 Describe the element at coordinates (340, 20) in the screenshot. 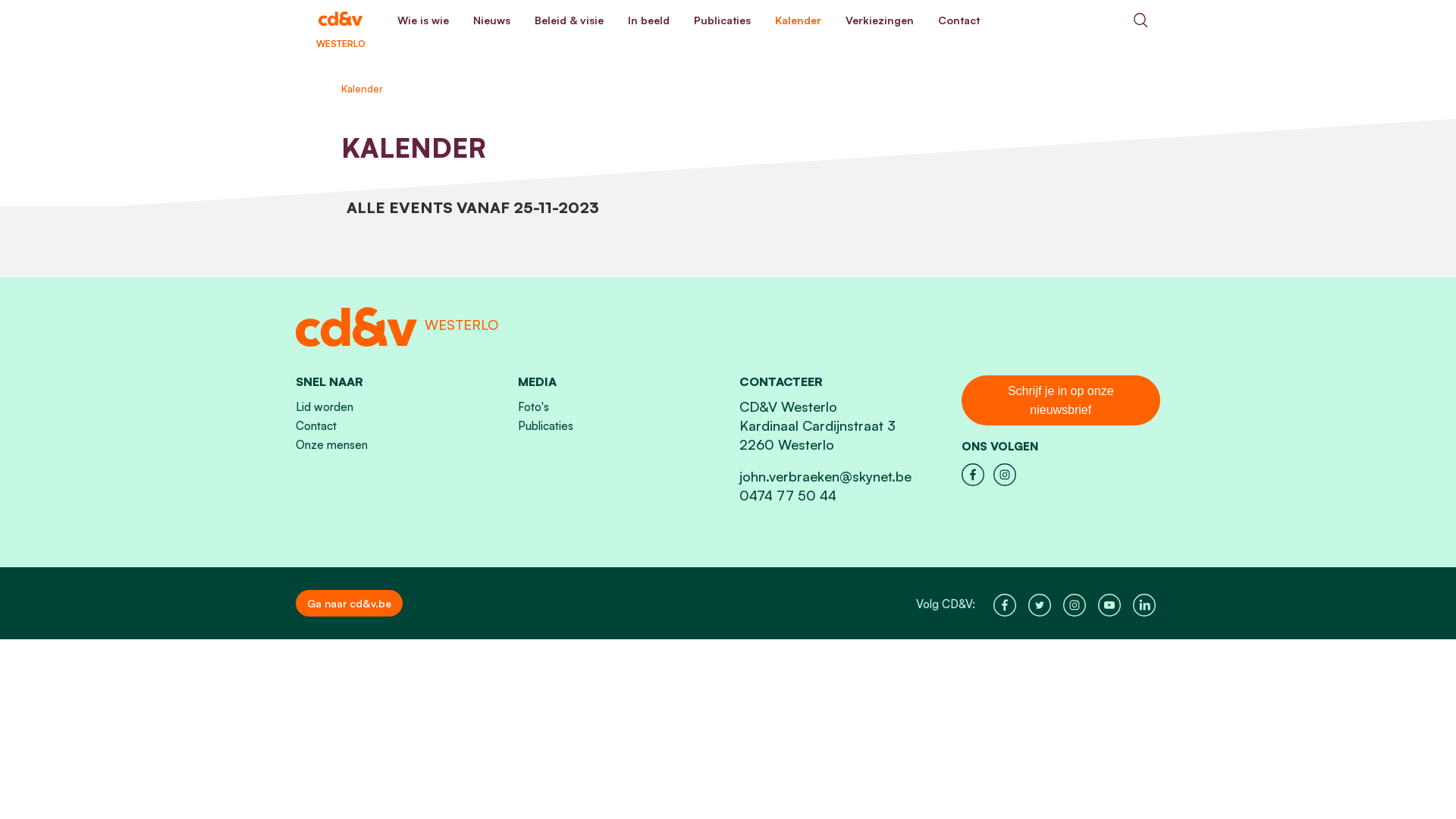

I see `'WESTERLO'` at that location.